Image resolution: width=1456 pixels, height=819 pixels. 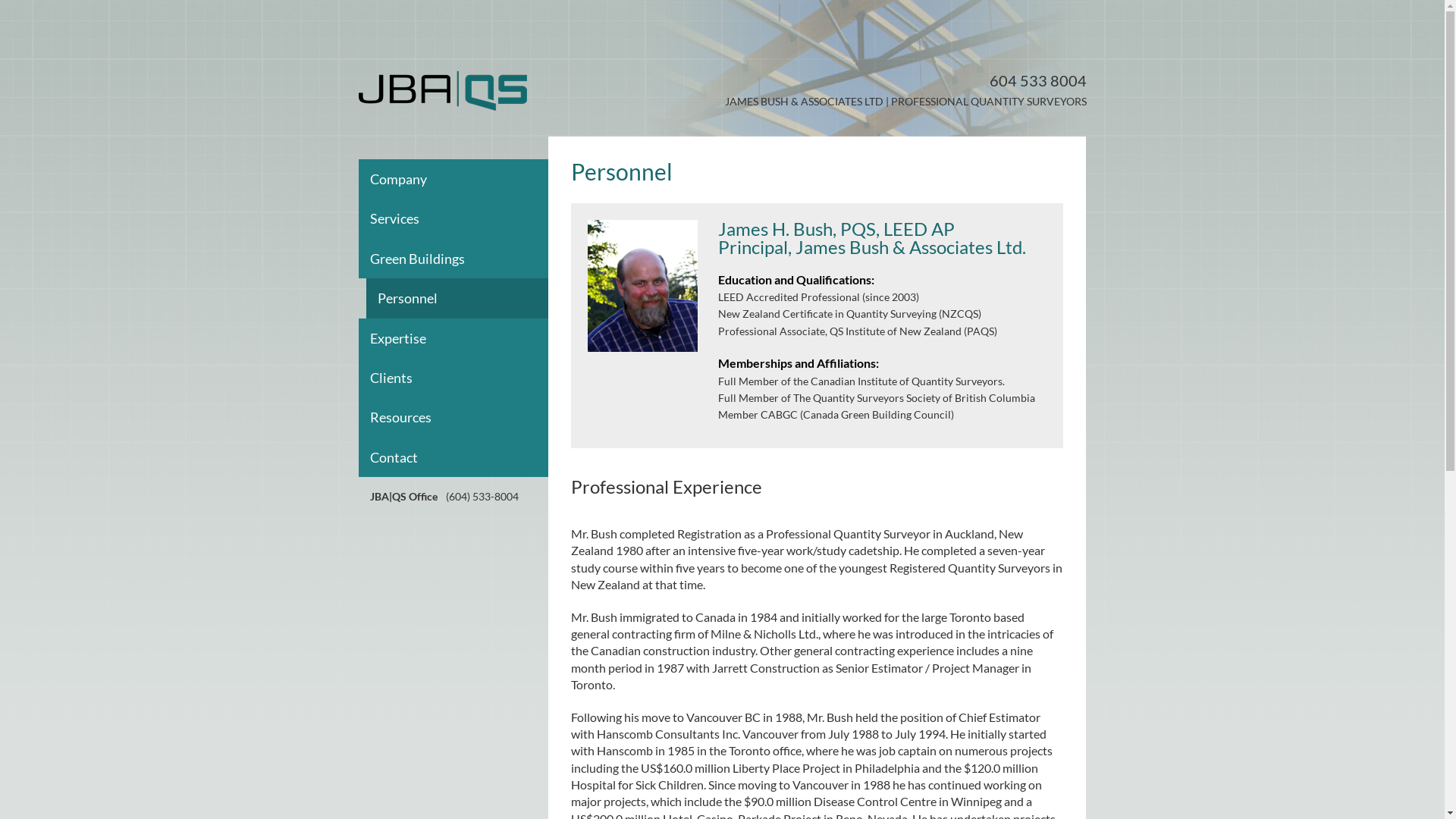 What do you see at coordinates (463, 218) in the screenshot?
I see `'Services'` at bounding box center [463, 218].